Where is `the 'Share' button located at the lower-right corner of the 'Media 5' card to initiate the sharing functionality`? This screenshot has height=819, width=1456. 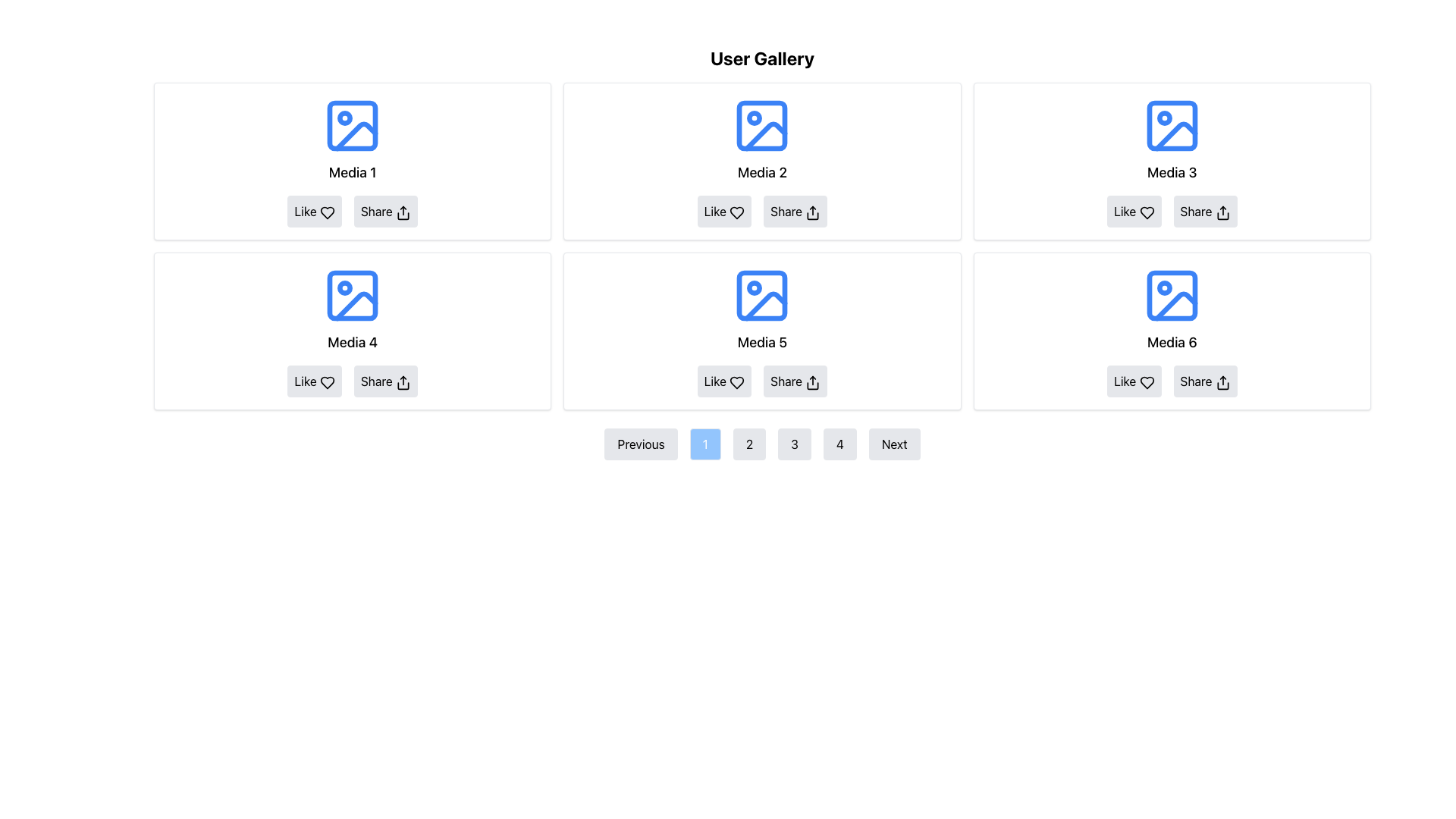 the 'Share' button located at the lower-right corner of the 'Media 5' card to initiate the sharing functionality is located at coordinates (795, 380).